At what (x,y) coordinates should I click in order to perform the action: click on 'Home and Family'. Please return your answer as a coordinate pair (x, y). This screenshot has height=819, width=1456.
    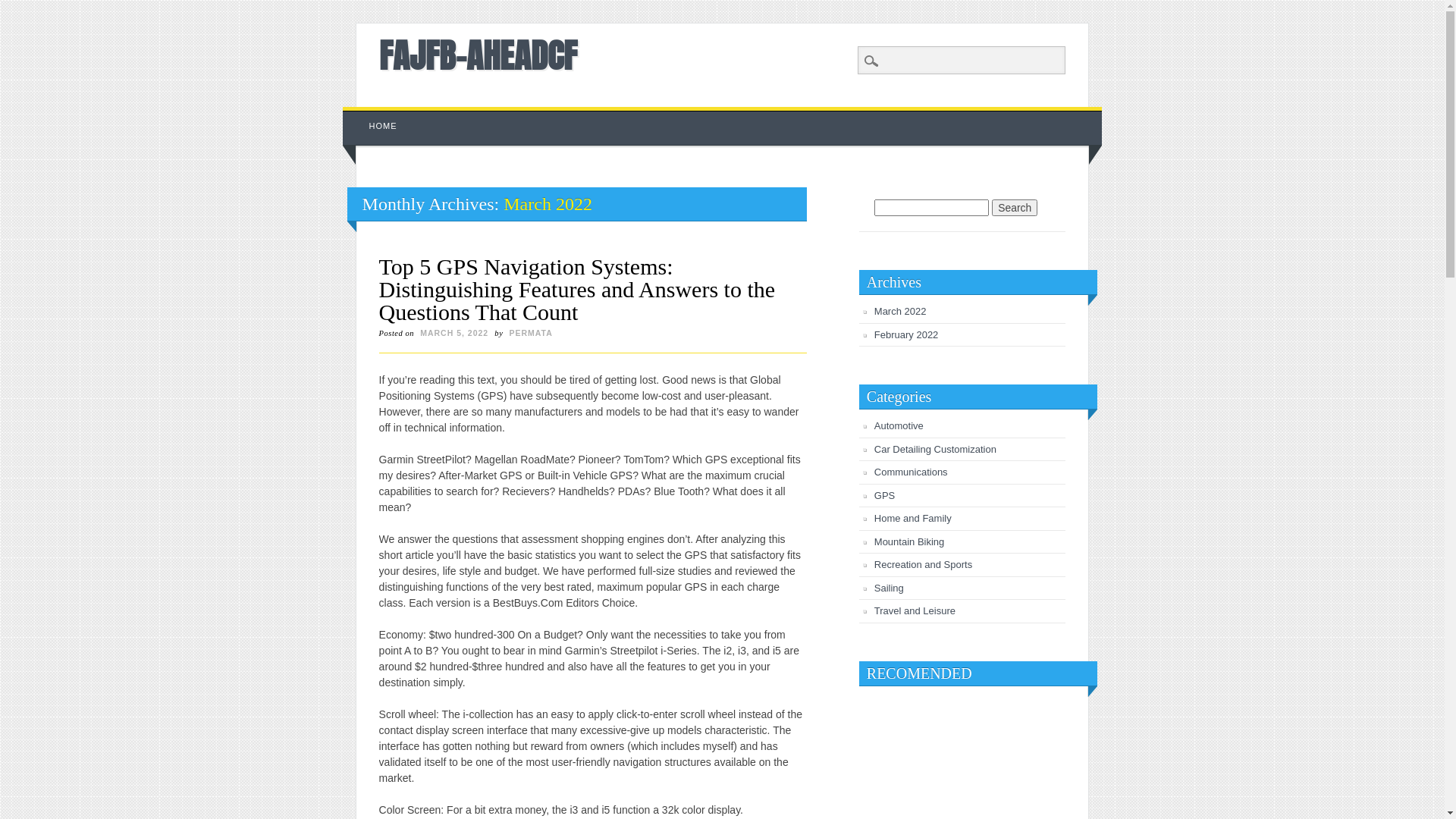
    Looking at the image, I should click on (912, 517).